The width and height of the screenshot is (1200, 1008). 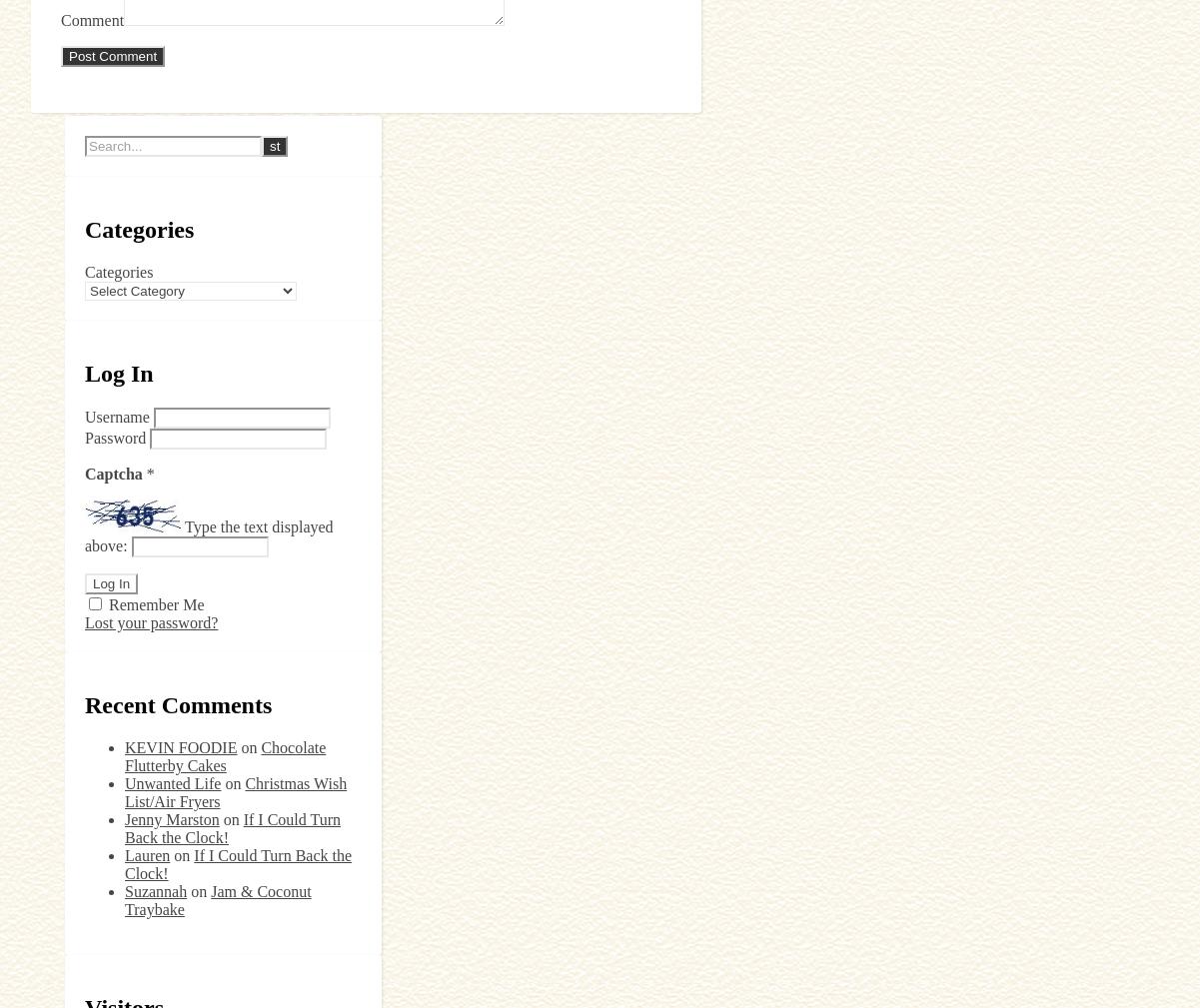 I want to click on 'Recent Comments', so click(x=178, y=703).